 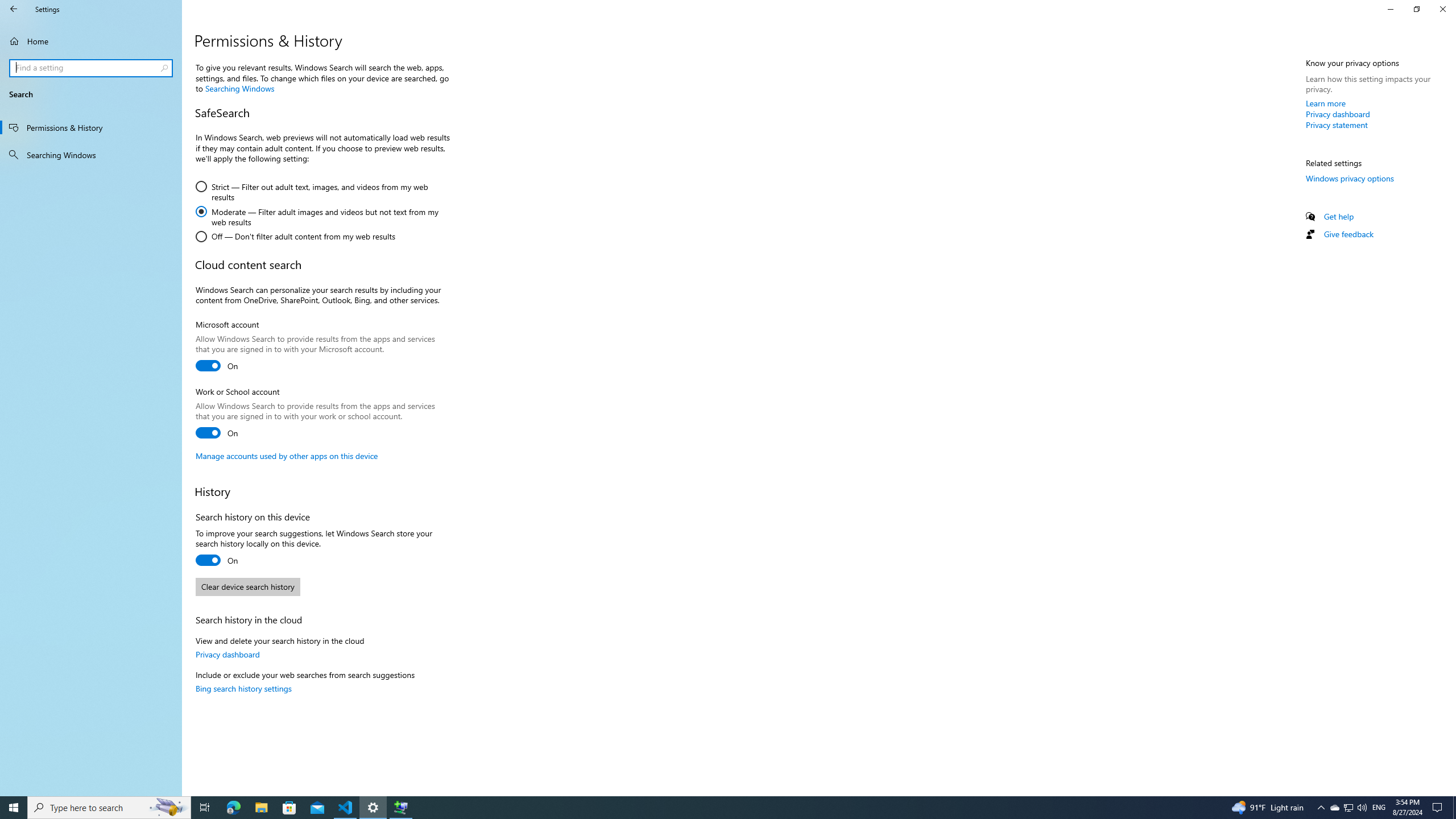 What do you see at coordinates (1349, 178) in the screenshot?
I see `'Windows privacy options'` at bounding box center [1349, 178].